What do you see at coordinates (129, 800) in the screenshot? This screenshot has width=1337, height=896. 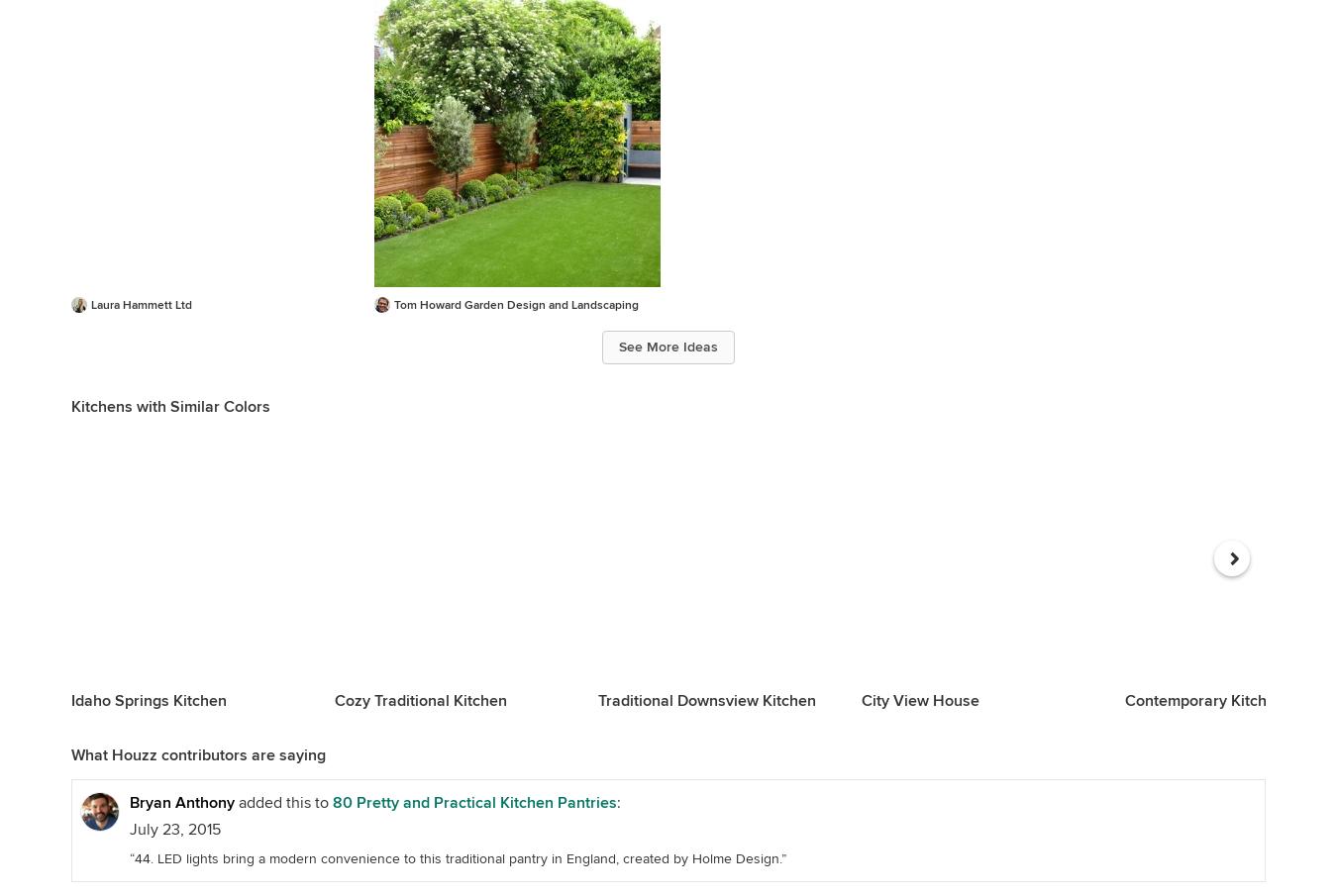 I see `'Bryan Anthony'` at bounding box center [129, 800].